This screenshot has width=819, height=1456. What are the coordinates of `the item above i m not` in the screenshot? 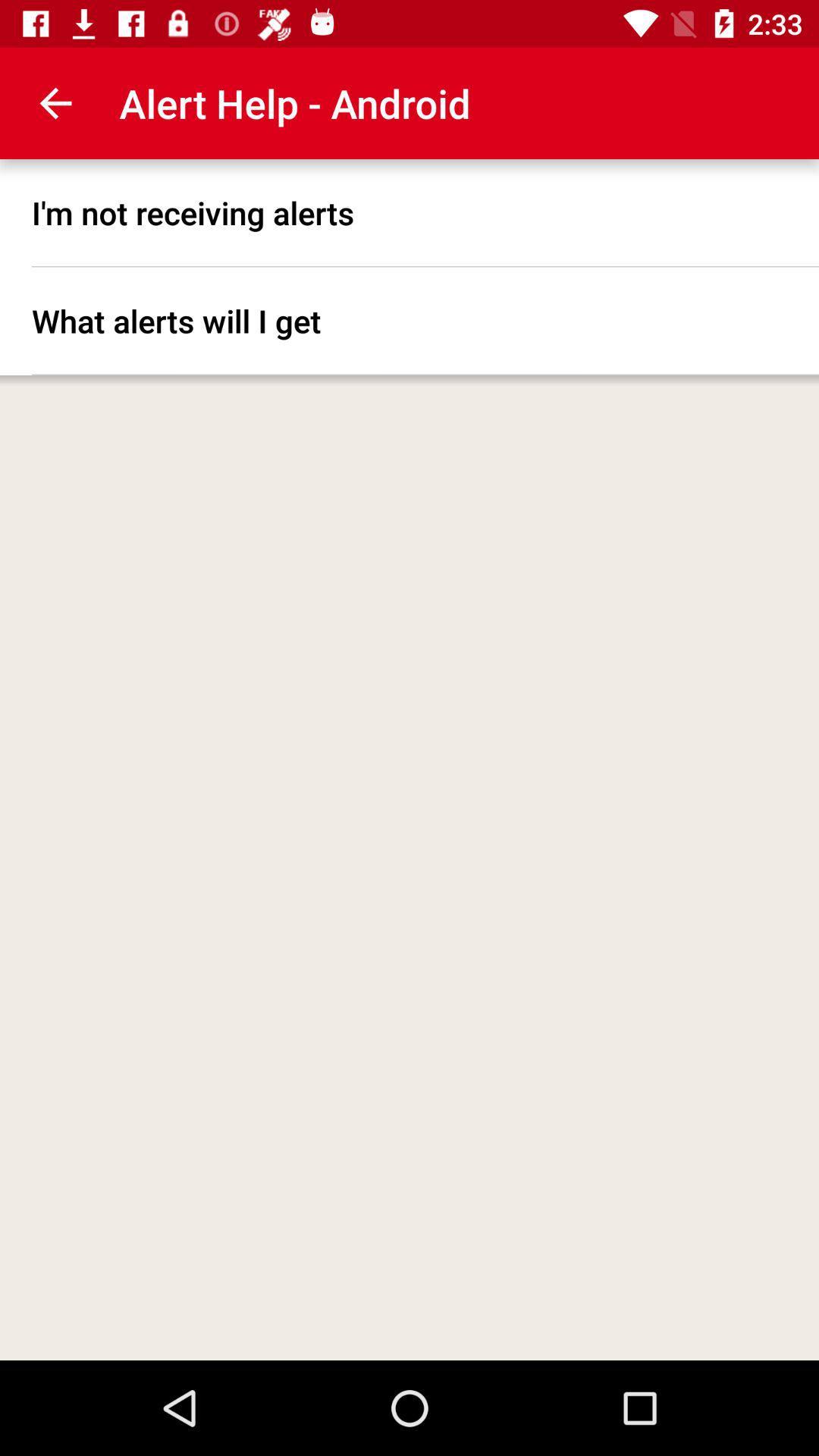 It's located at (55, 102).